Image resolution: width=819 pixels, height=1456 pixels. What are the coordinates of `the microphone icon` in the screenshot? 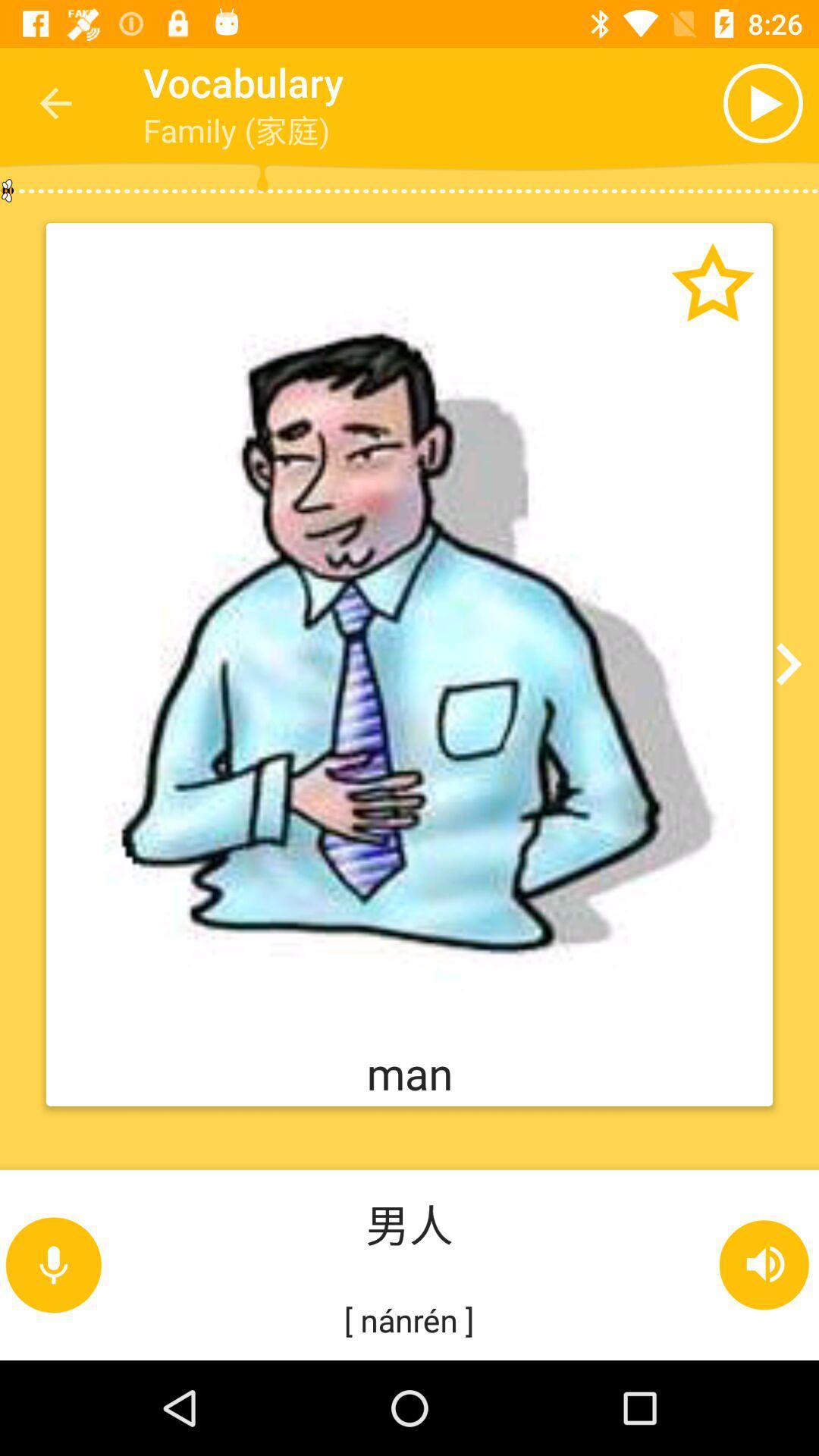 It's located at (52, 1265).